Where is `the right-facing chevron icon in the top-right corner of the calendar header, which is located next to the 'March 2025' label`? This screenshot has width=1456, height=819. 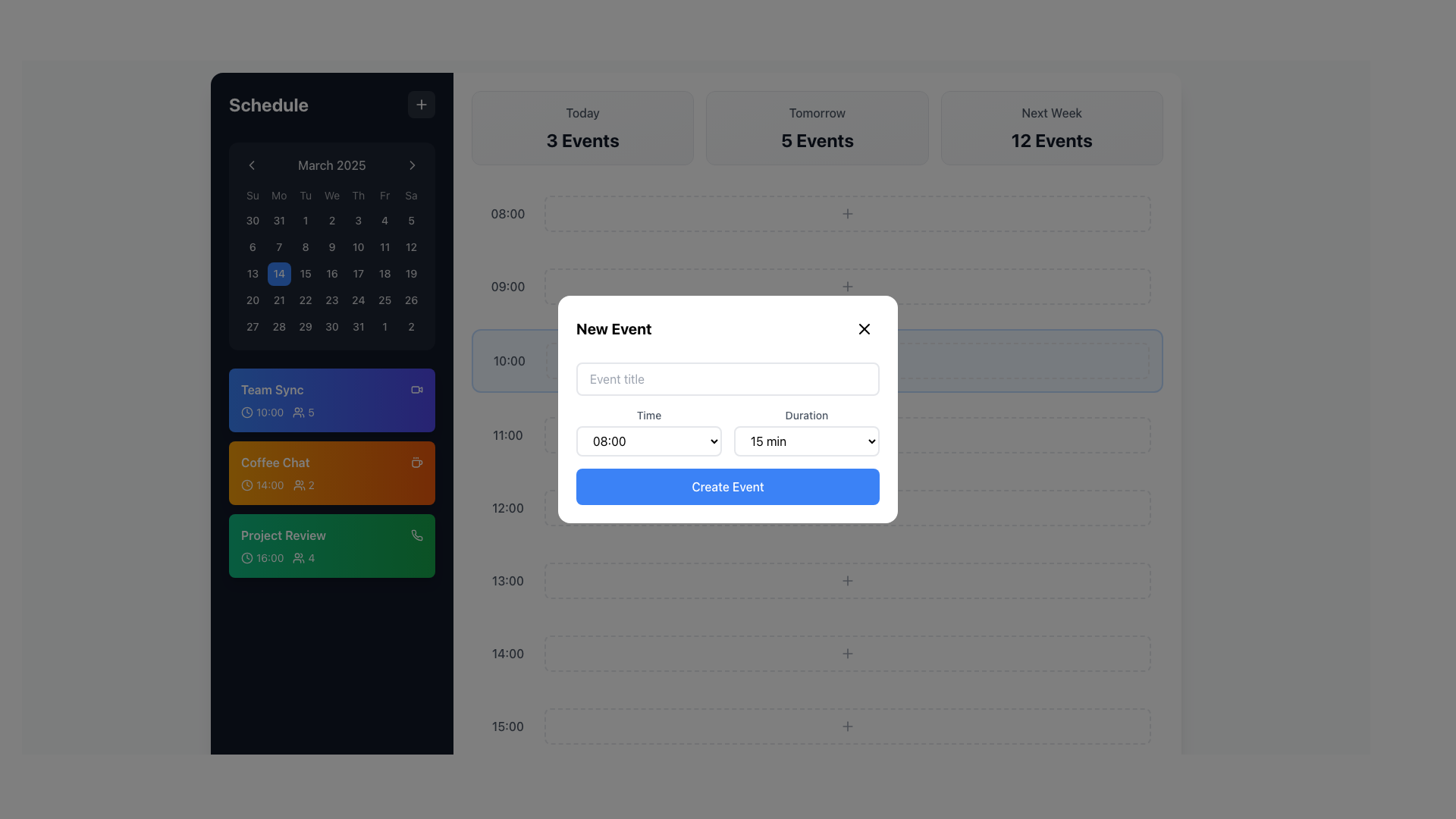
the right-facing chevron icon in the top-right corner of the calendar header, which is located next to the 'March 2025' label is located at coordinates (412, 165).